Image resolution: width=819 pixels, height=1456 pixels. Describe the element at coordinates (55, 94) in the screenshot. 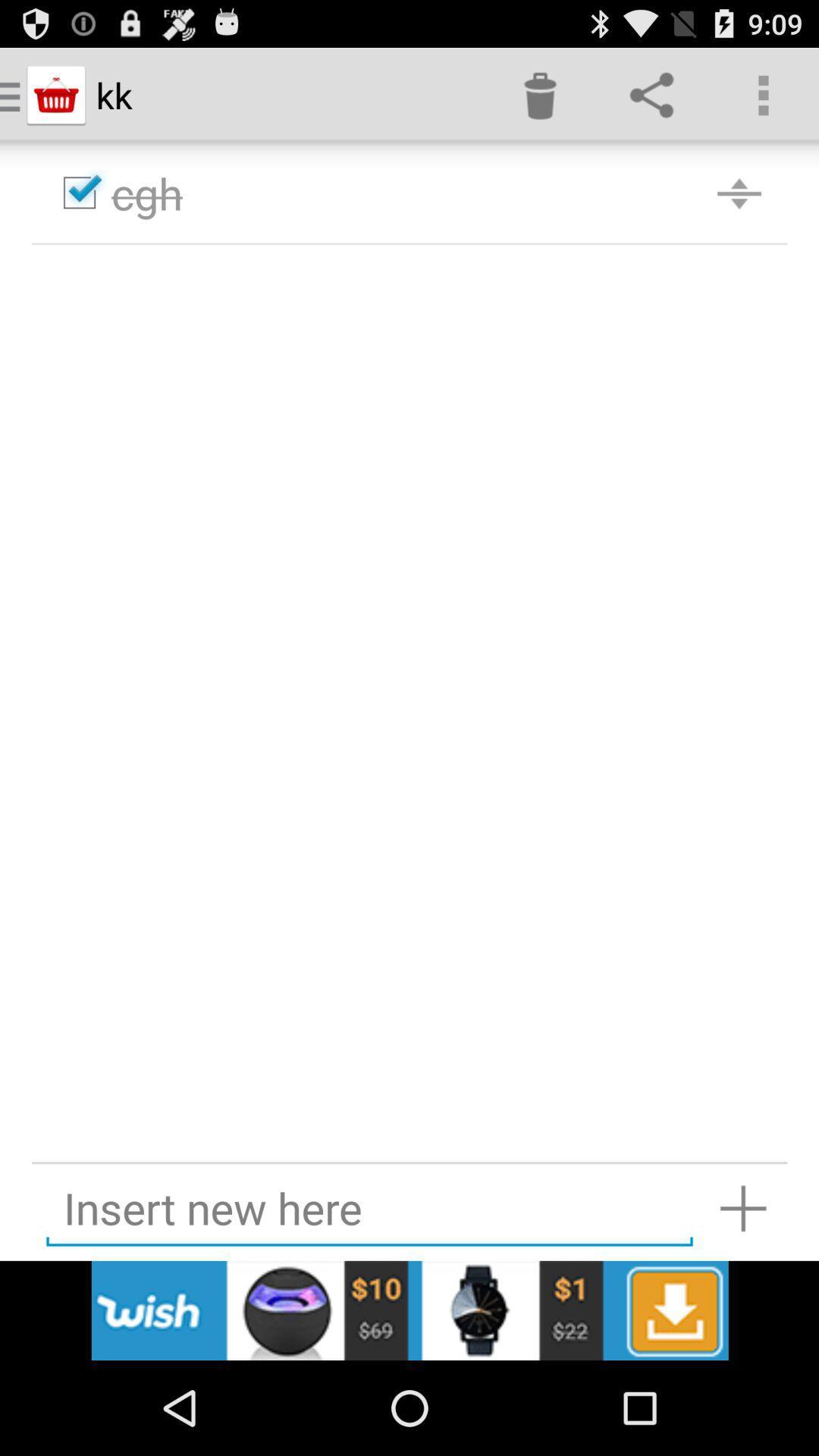

I see `the icon which is left of the kk` at that location.